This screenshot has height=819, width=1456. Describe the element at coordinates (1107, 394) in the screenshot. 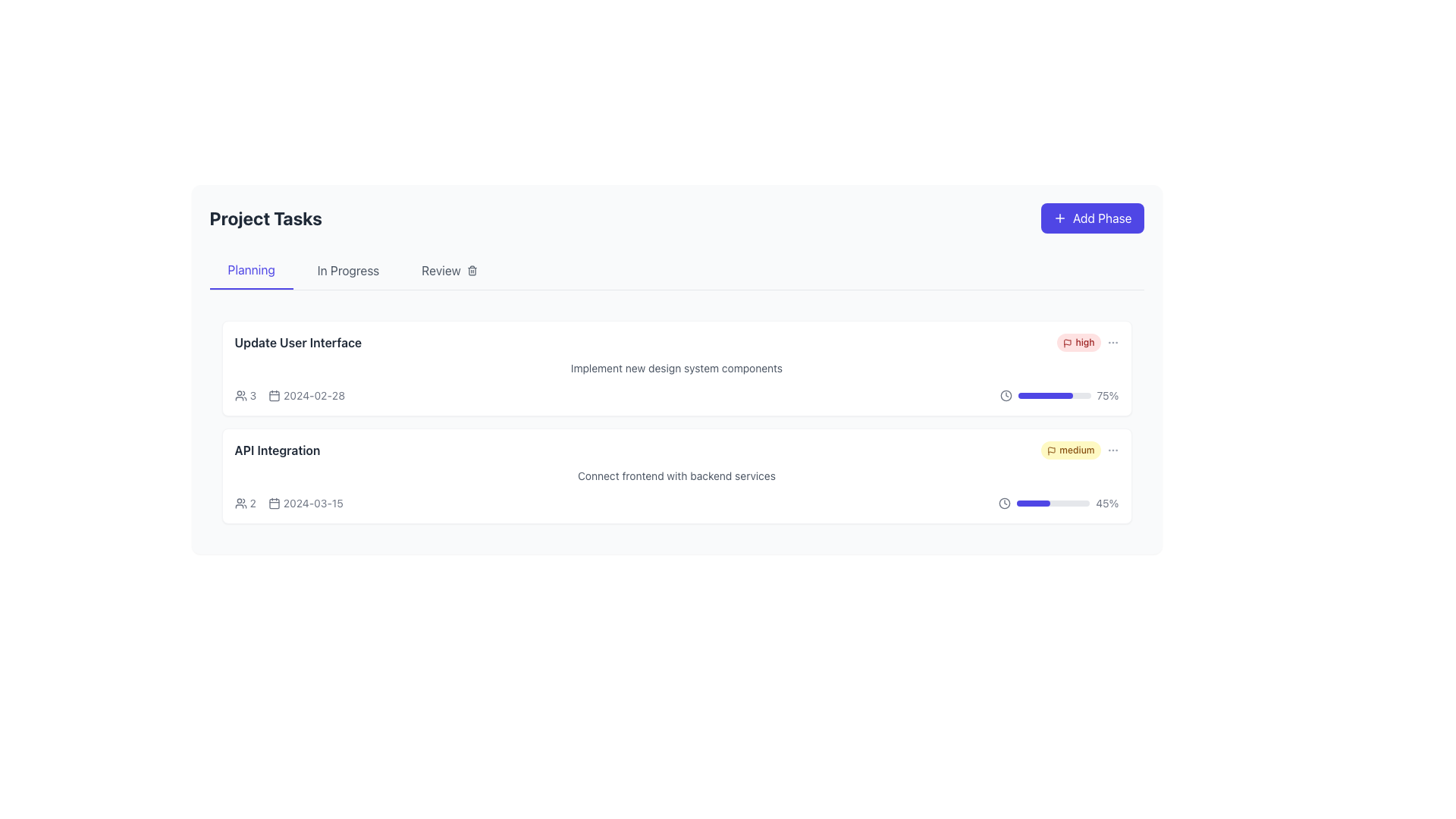

I see `the static text label displaying '75%' which is aligned horizontally with the progress bar and located towards the right-hand side of the first task block under the 'Planning' section` at that location.